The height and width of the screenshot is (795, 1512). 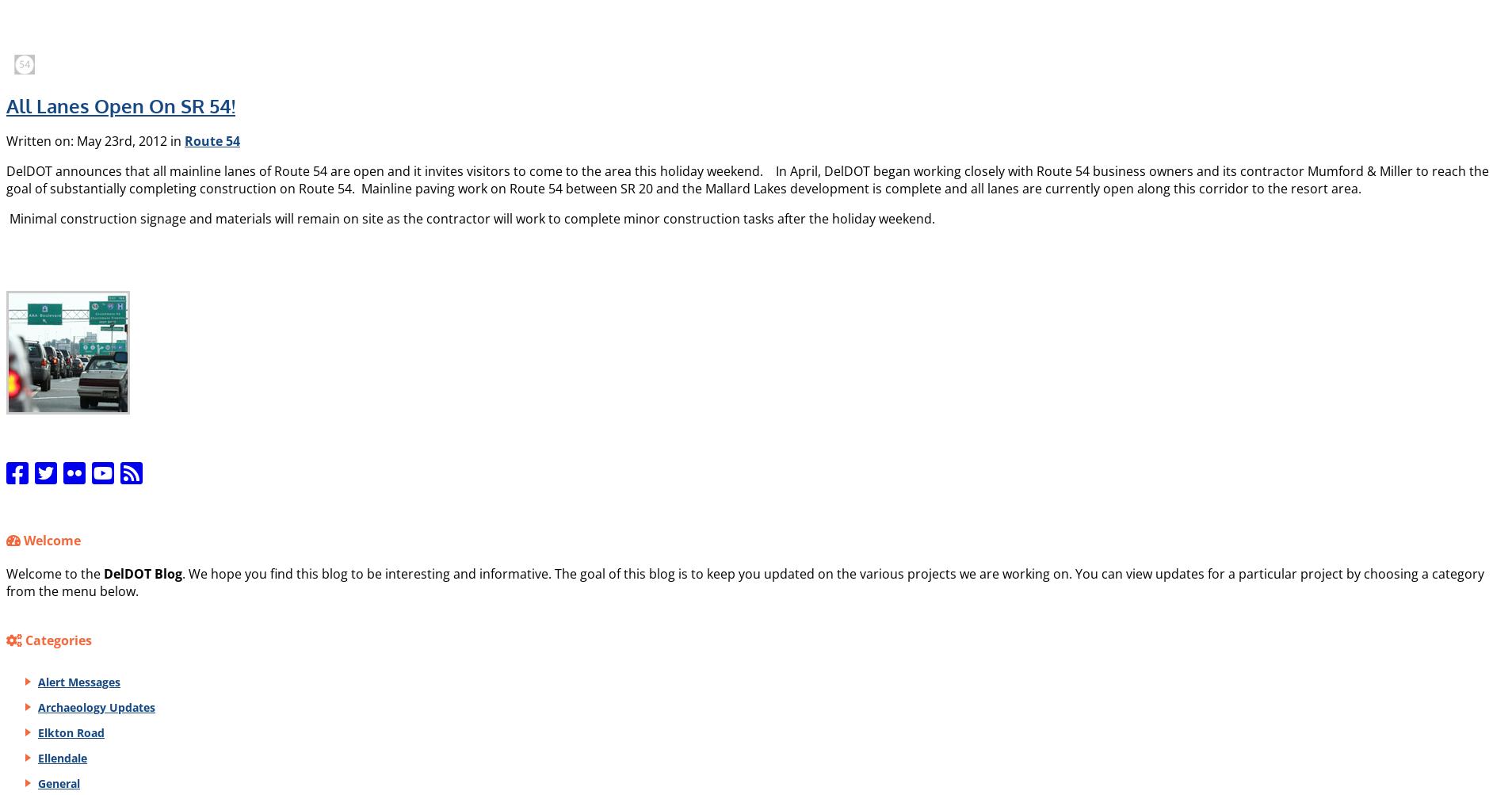 What do you see at coordinates (142, 571) in the screenshot?
I see `'DelDOT Blog'` at bounding box center [142, 571].